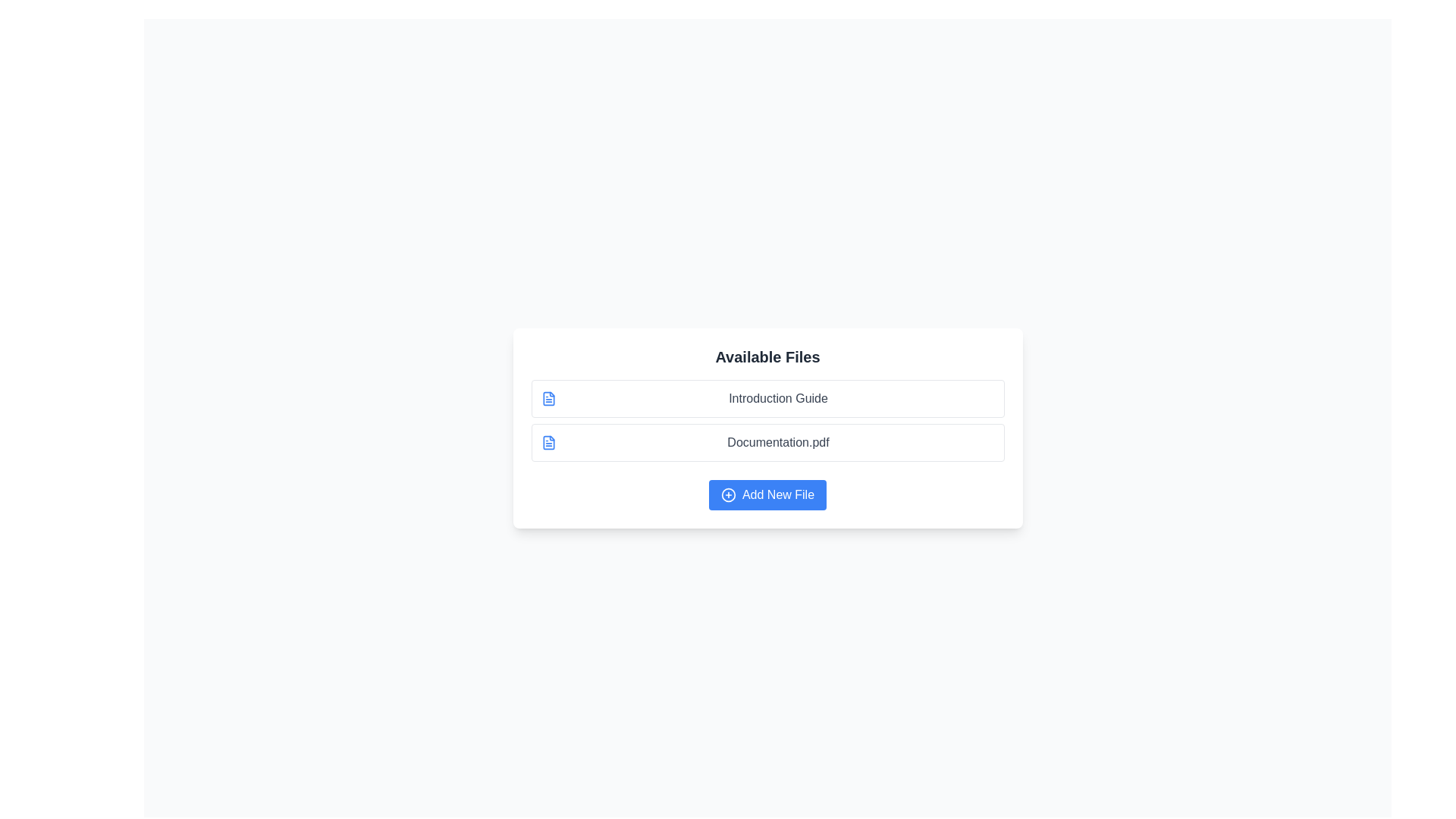 The image size is (1456, 819). What do you see at coordinates (767, 494) in the screenshot?
I see `the button for adding a new file located at the bottom of the 'Available Files' section` at bounding box center [767, 494].